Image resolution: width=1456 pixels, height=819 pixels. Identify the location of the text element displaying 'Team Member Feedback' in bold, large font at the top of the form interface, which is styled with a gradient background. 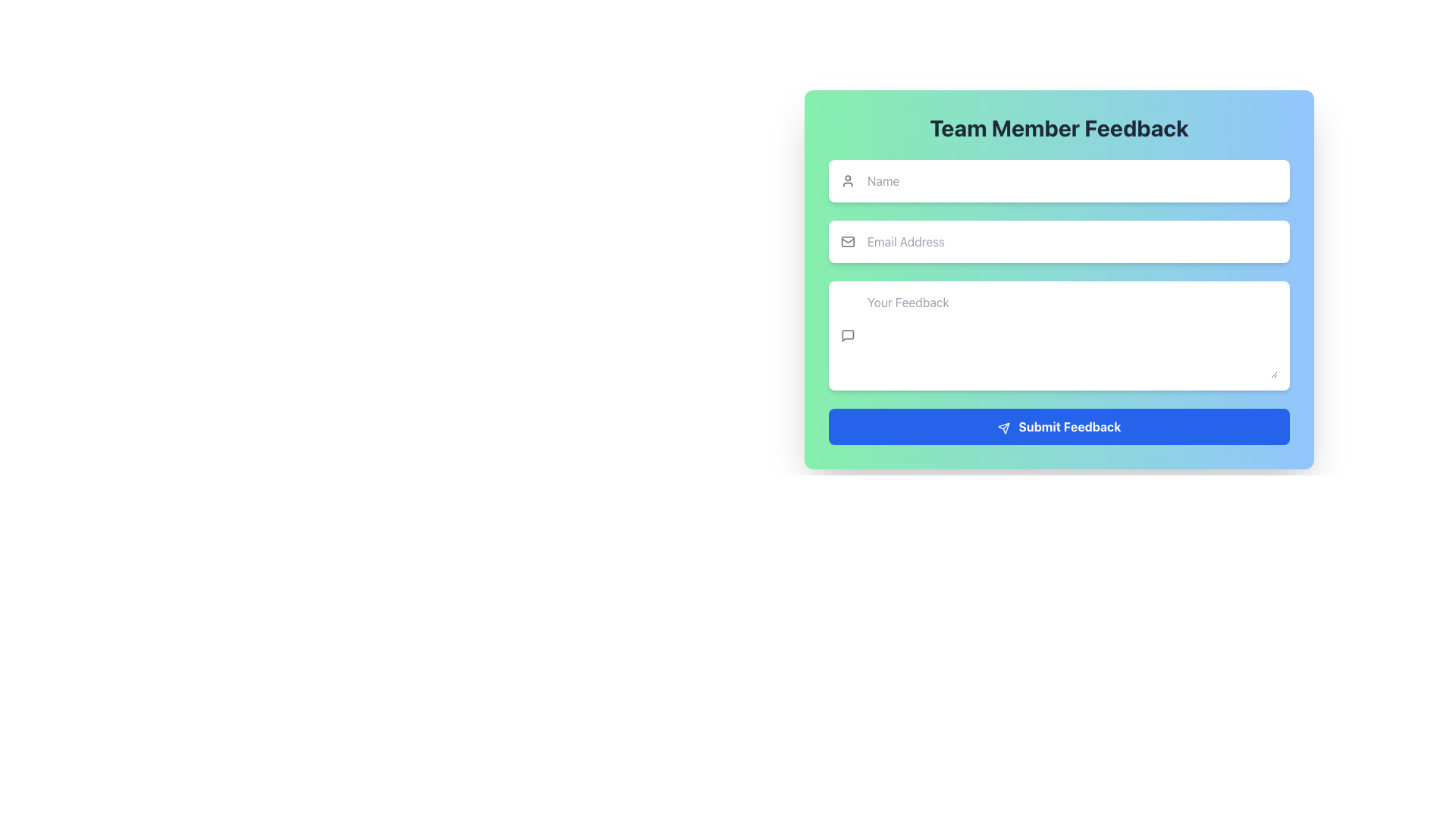
(1058, 127).